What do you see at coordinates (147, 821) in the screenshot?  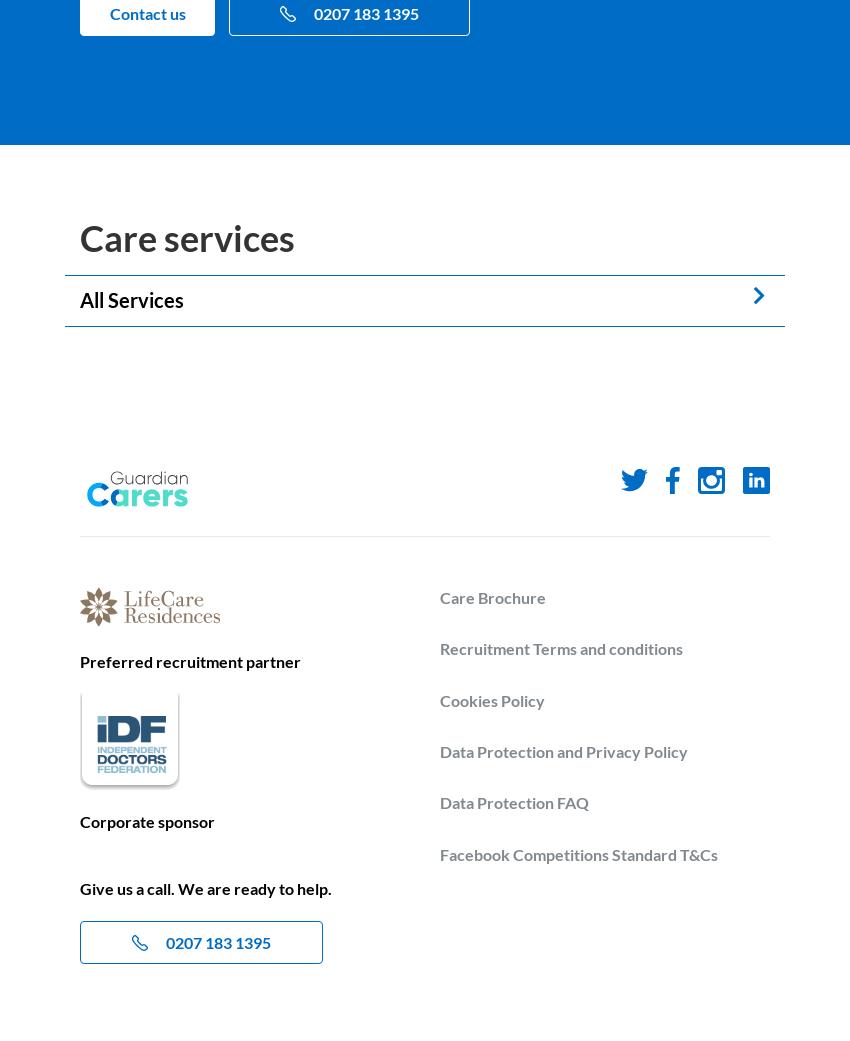 I see `'Corporate sponsor'` at bounding box center [147, 821].